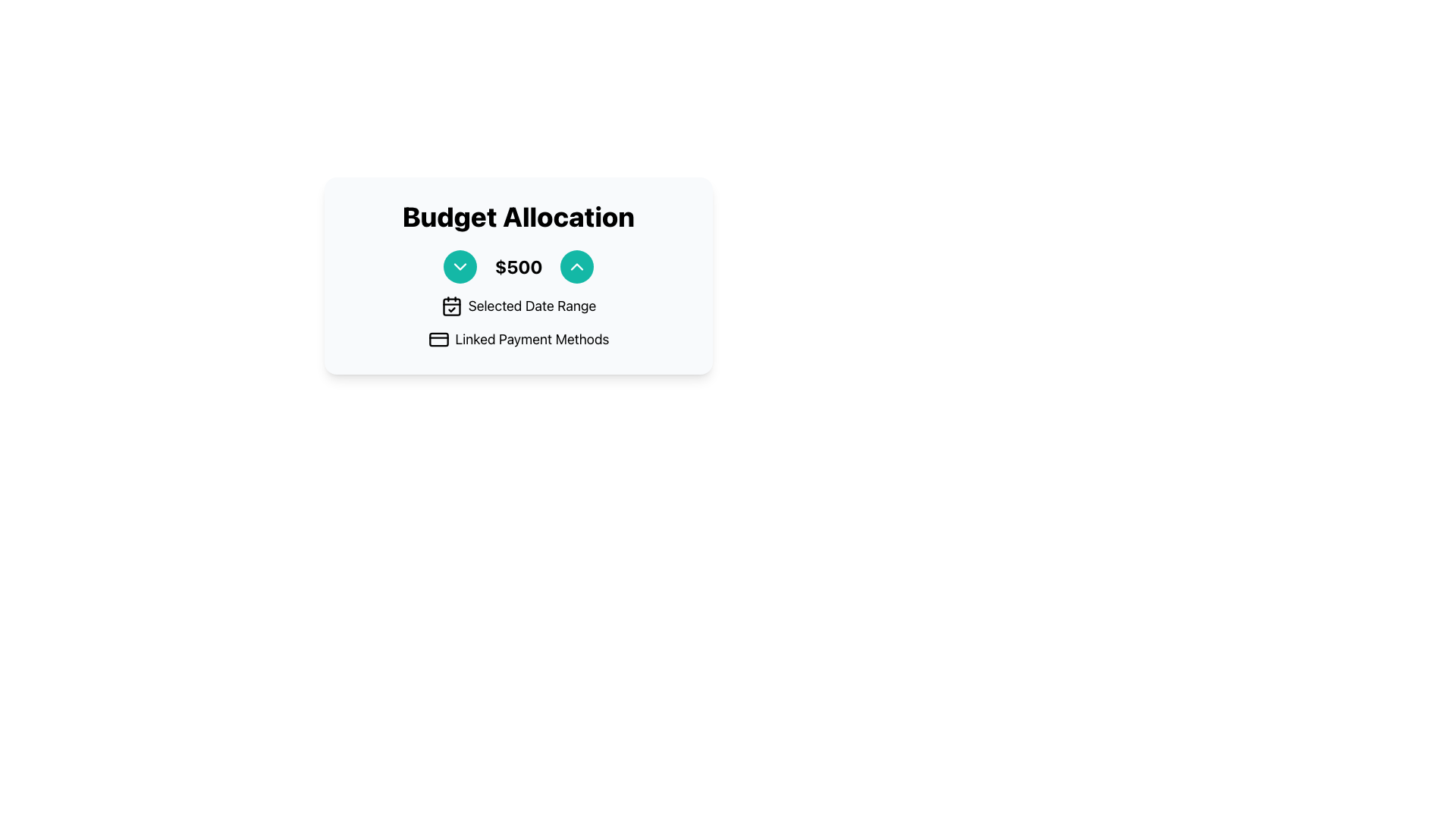 This screenshot has width=1456, height=819. What do you see at coordinates (576, 265) in the screenshot?
I see `the circular teal button with a white upward chevron icon located to the right of the '$500' text` at bounding box center [576, 265].